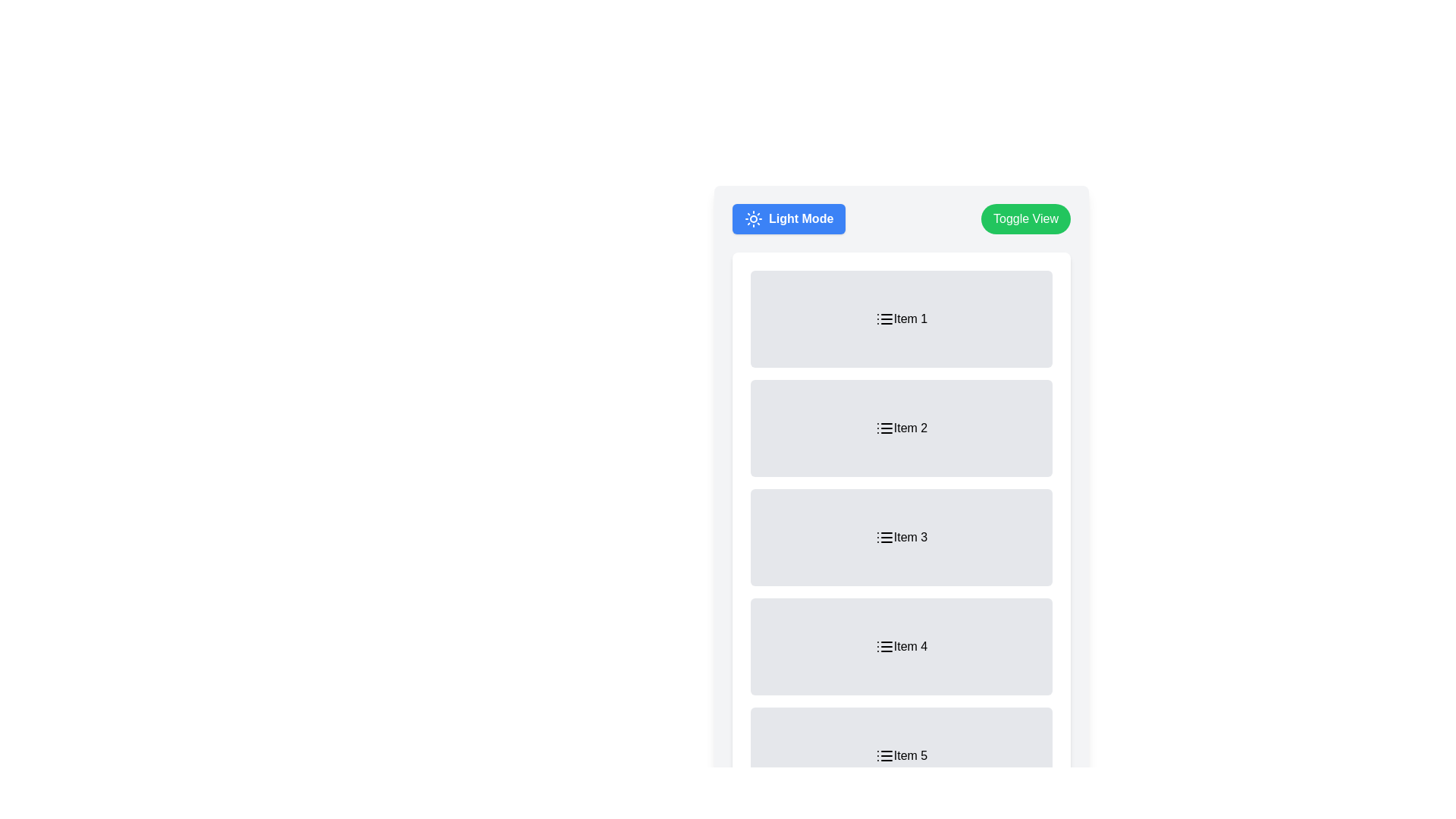 This screenshot has height=819, width=1456. I want to click on the rectangular block containing the text 'Item 2' with a light gray background and three horizontal lines icon above and below the text, so click(902, 428).